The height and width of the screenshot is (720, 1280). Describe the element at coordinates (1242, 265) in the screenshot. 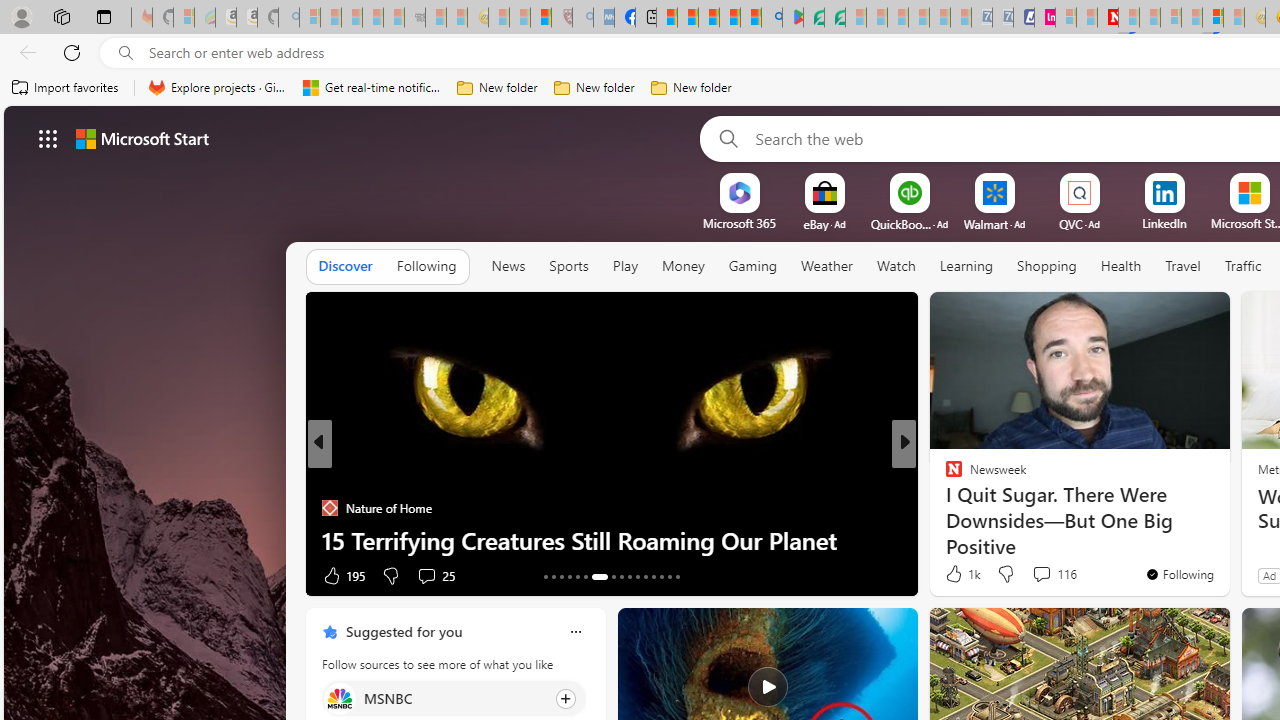

I see `'Traffic'` at that location.